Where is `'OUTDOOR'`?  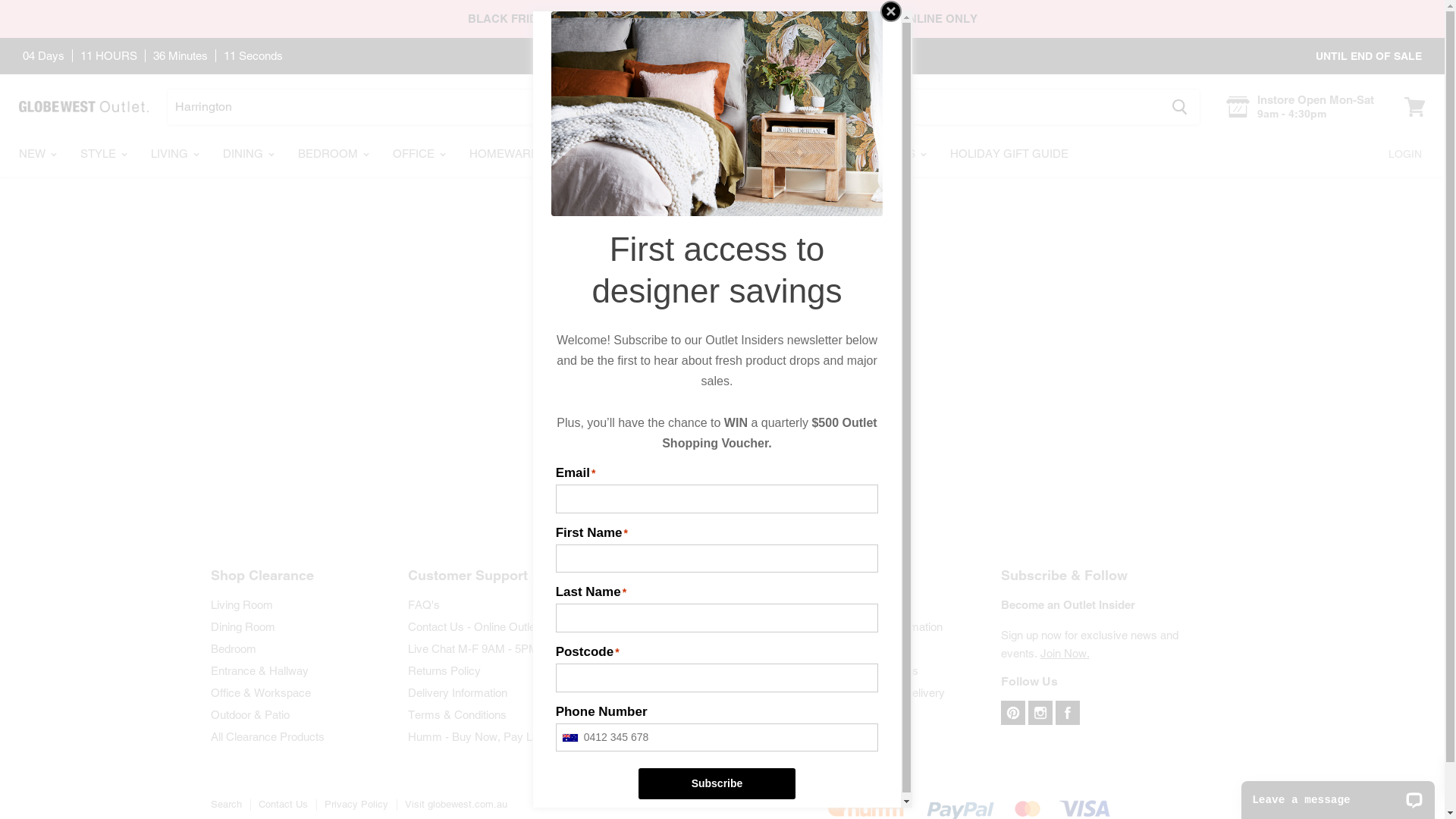 'OUTDOOR' is located at coordinates (615, 154).